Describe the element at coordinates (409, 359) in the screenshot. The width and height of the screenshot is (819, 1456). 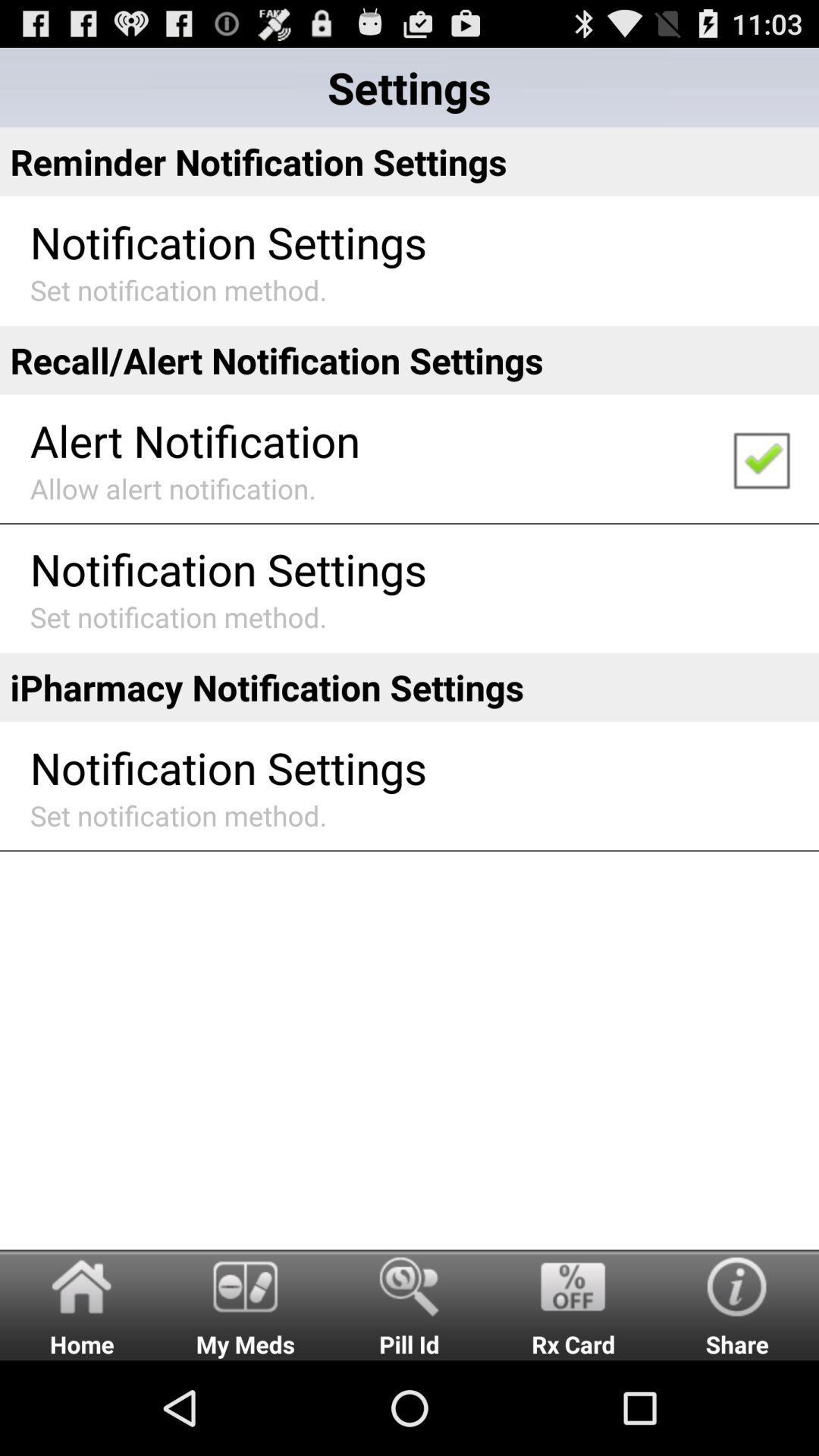
I see `item above alert notification icon` at that location.